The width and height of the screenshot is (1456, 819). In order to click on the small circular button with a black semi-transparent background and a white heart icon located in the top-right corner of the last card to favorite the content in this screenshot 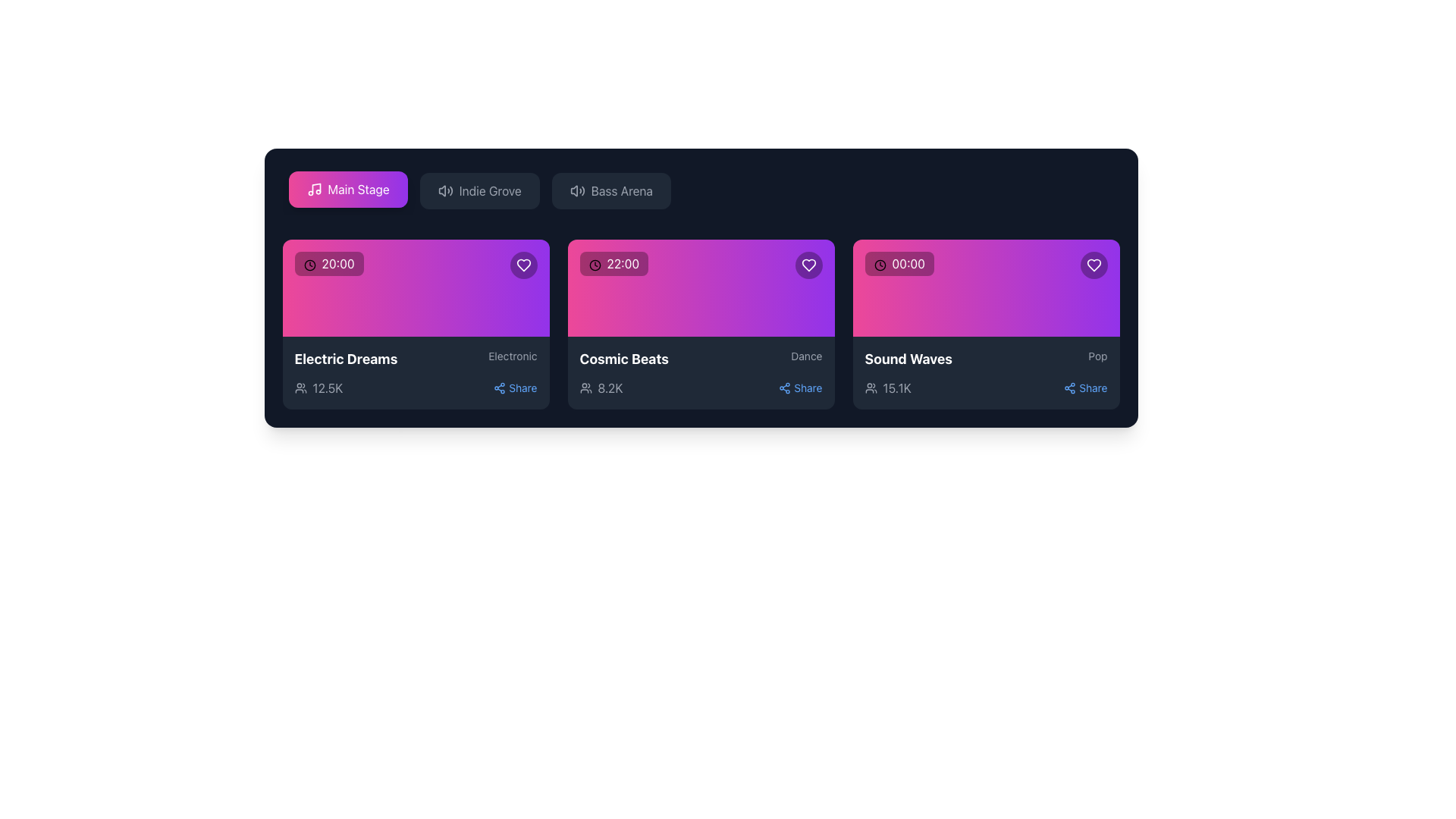, I will do `click(1094, 265)`.